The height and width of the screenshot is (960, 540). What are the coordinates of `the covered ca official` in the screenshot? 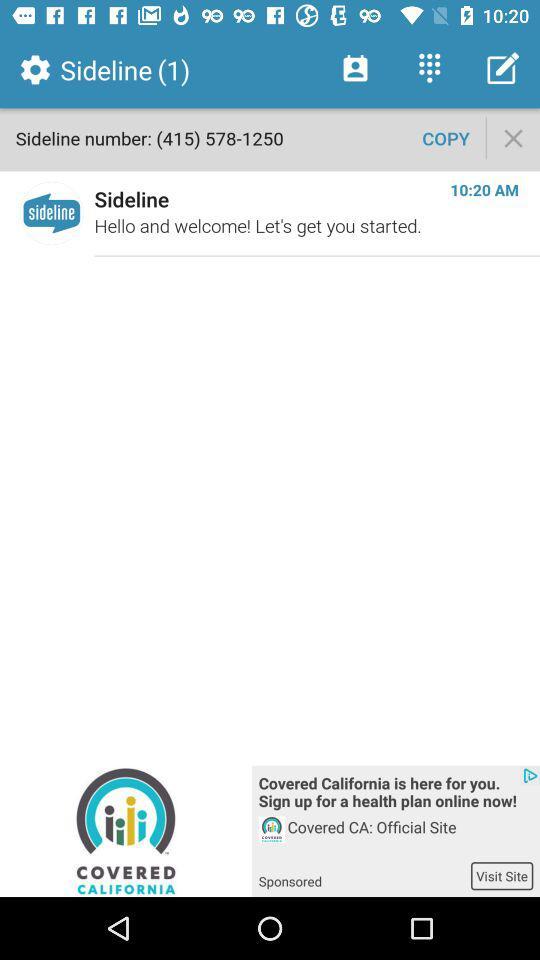 It's located at (409, 838).